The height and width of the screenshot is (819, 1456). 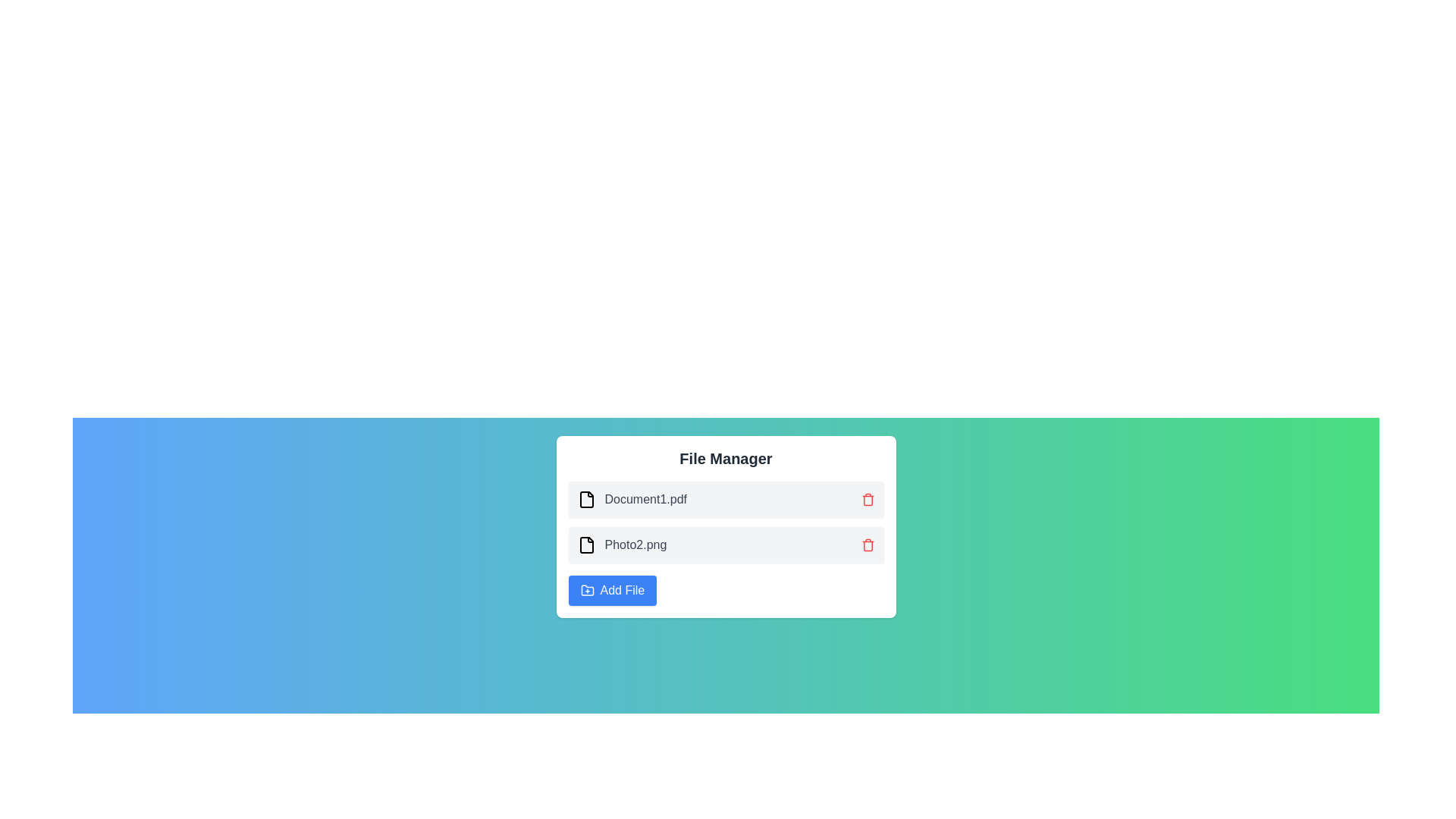 I want to click on the 'Add File' button, which features a folder icon with a plus symbol inside, rendered in white on a blue background, located at the left side of the button's text label 'Add File', so click(x=586, y=590).